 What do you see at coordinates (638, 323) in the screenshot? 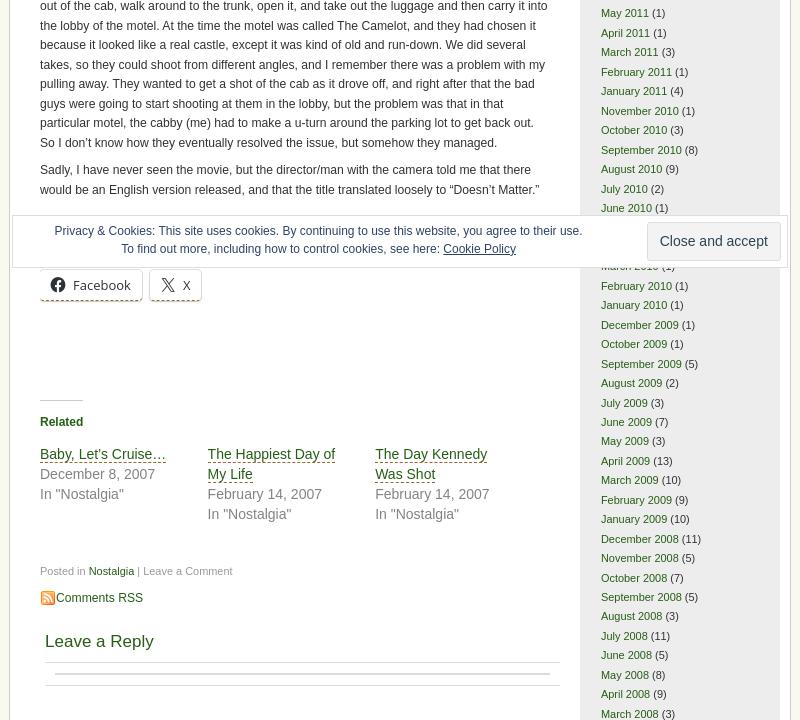
I see `'December 2009'` at bounding box center [638, 323].